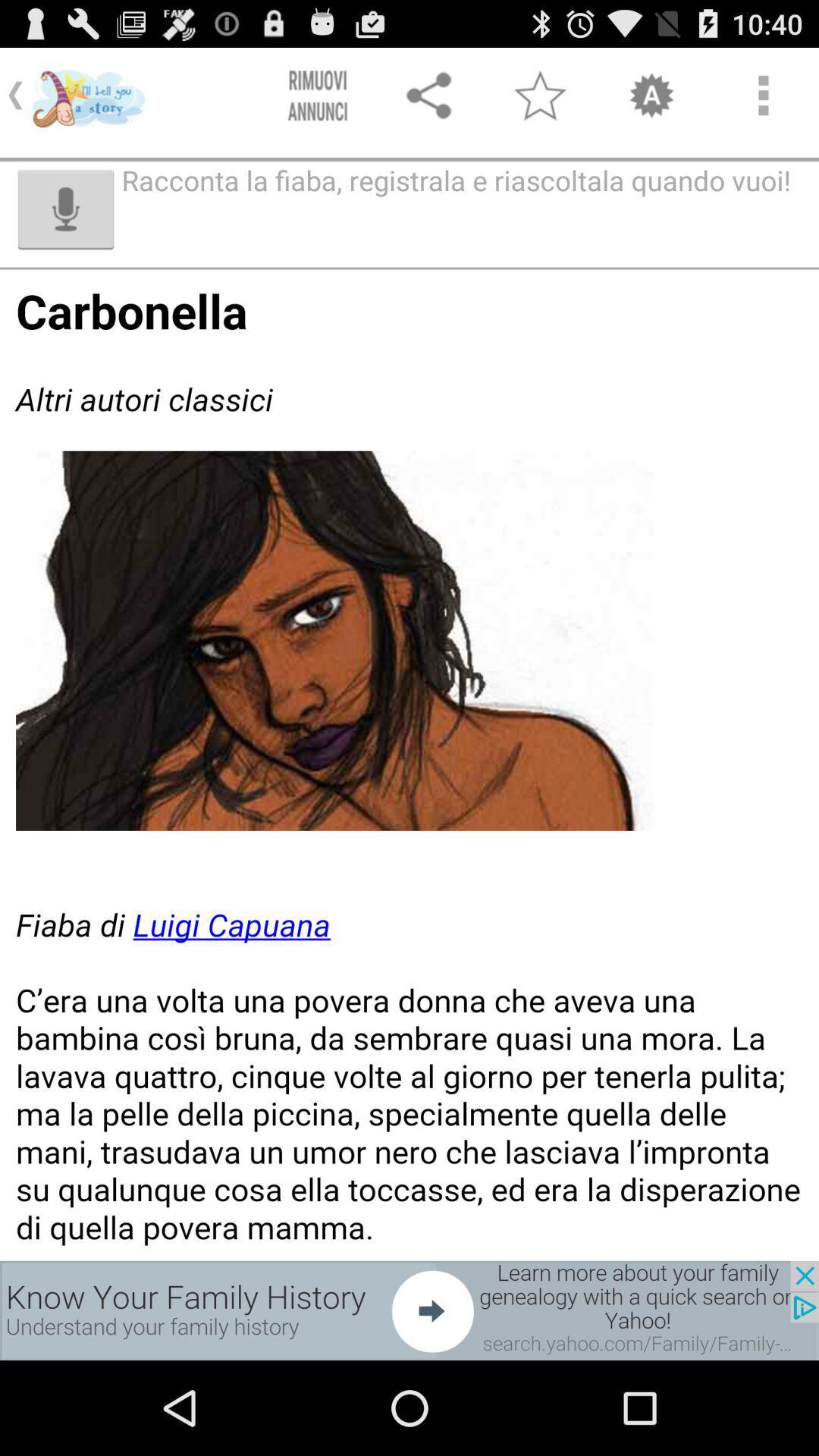 This screenshot has height=1456, width=819. I want to click on the microphone icon, so click(65, 223).